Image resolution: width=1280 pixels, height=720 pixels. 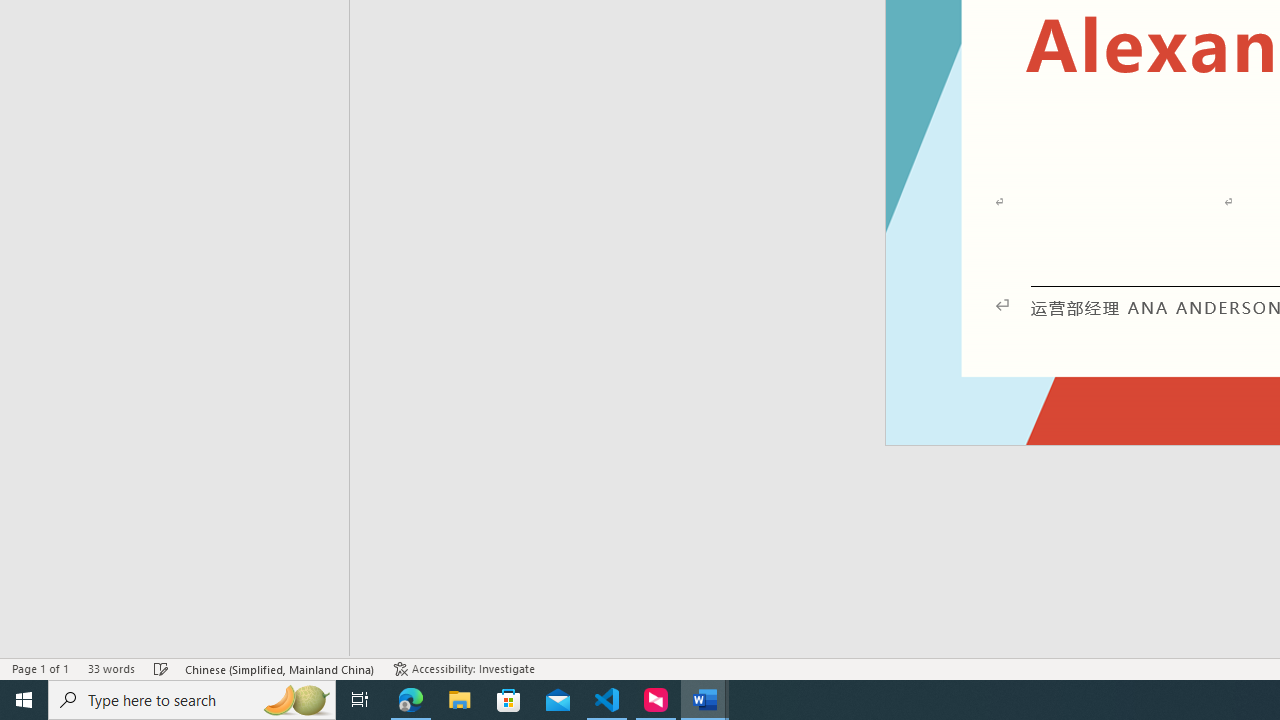 What do you see at coordinates (40, 669) in the screenshot?
I see `'Page Number Page 1 of 1'` at bounding box center [40, 669].